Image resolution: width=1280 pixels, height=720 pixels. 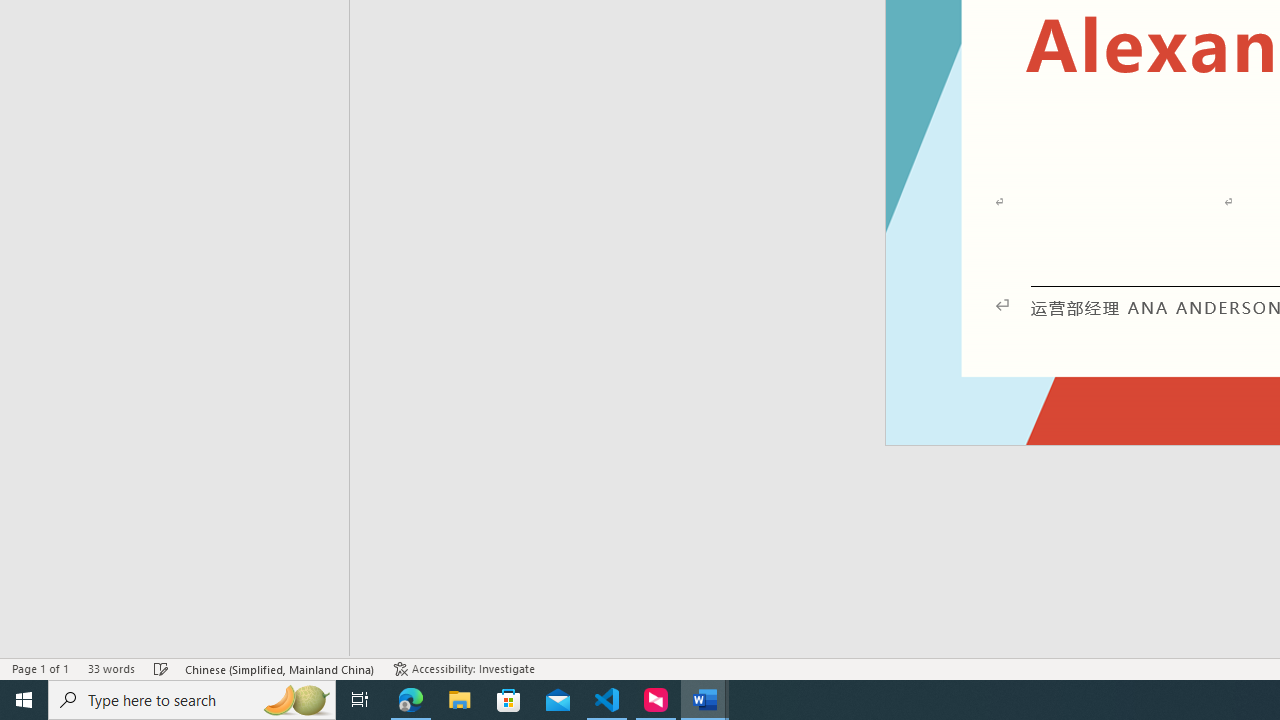 What do you see at coordinates (40, 669) in the screenshot?
I see `'Page Number Page 1 of 1'` at bounding box center [40, 669].